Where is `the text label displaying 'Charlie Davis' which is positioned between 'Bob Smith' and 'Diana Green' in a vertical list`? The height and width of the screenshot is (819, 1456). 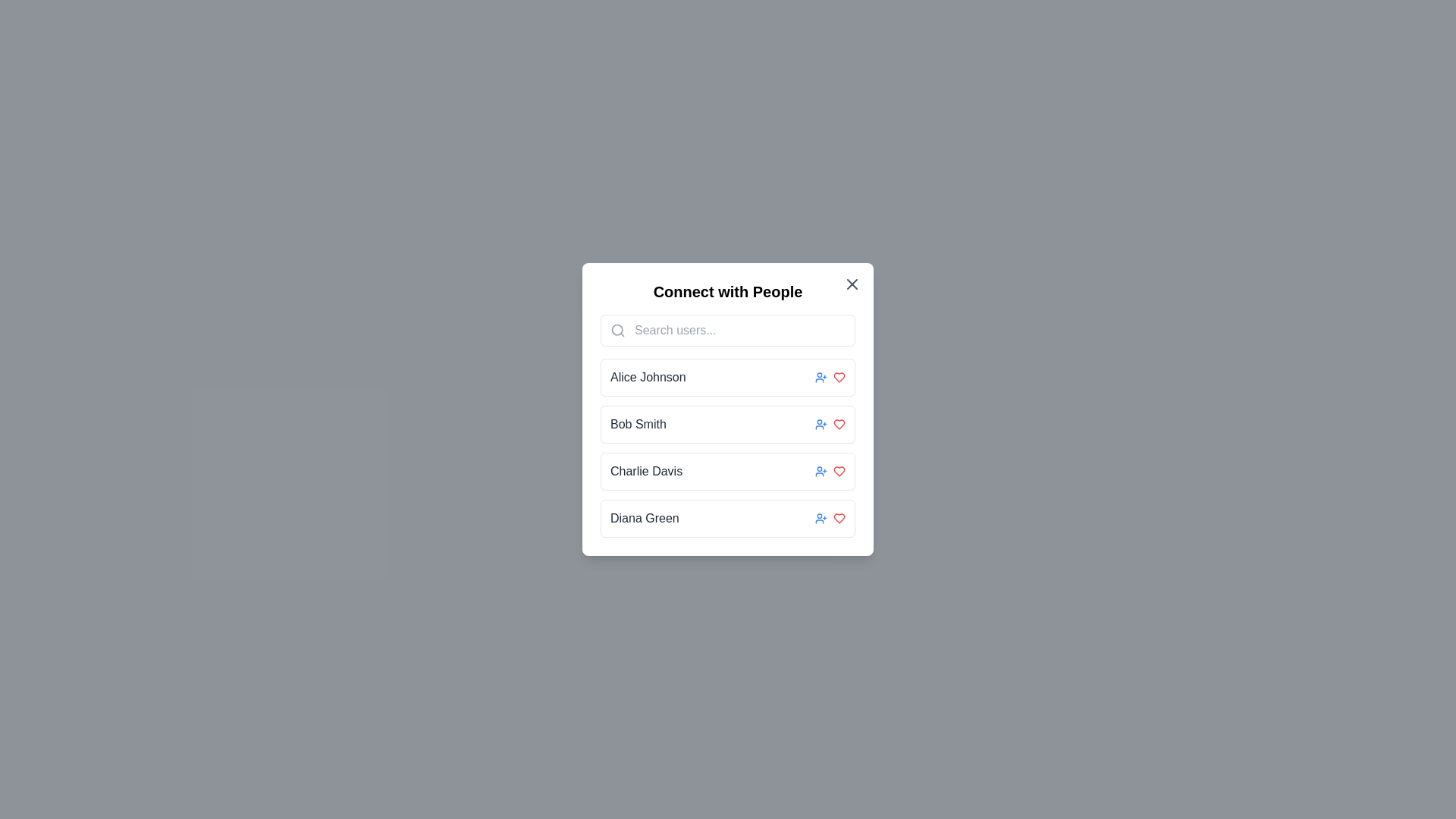
the text label displaying 'Charlie Davis' which is positioned between 'Bob Smith' and 'Diana Green' in a vertical list is located at coordinates (646, 470).